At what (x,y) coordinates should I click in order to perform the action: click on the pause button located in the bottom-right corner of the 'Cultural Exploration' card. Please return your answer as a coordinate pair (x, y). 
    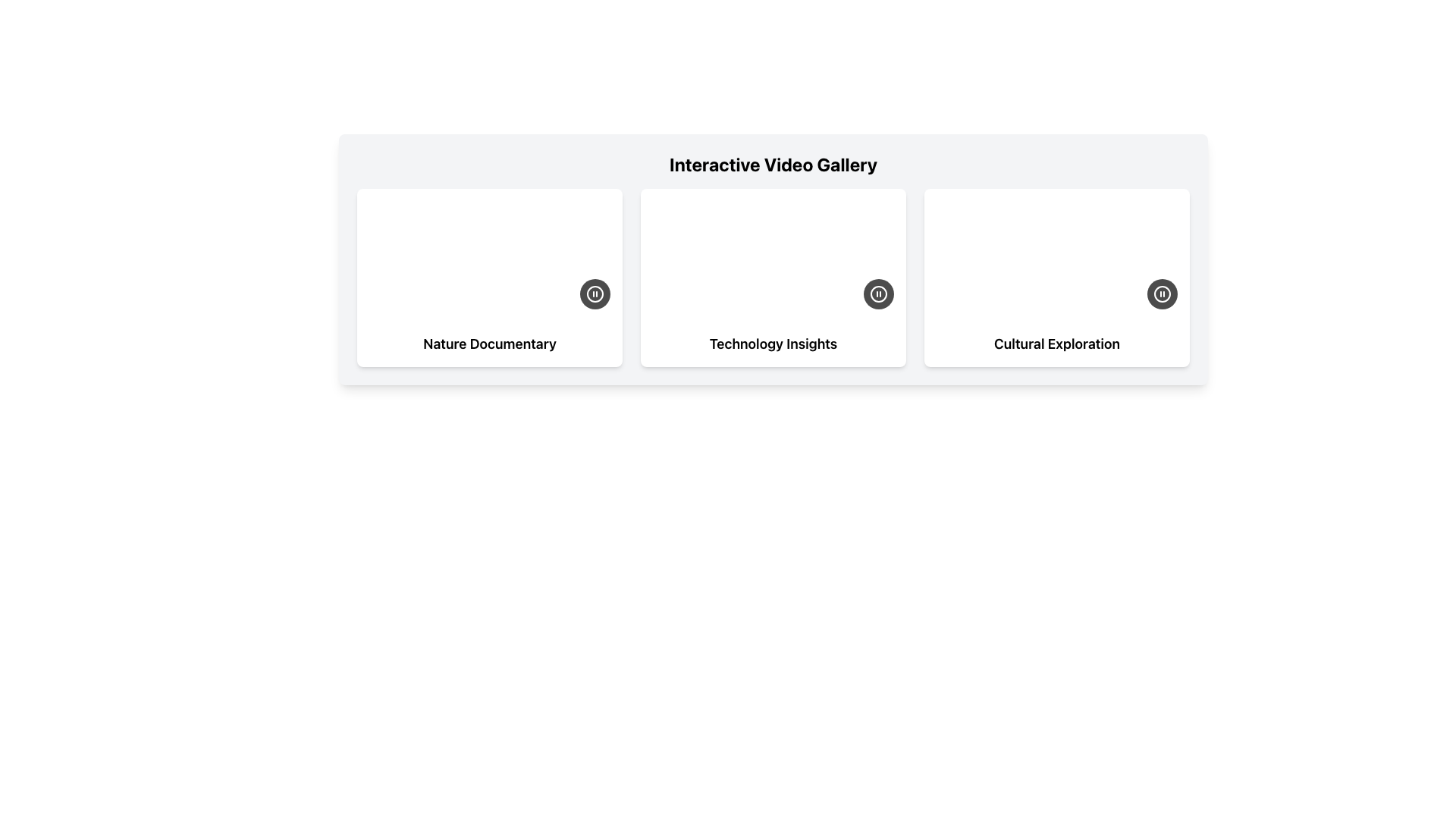
    Looking at the image, I should click on (1161, 294).